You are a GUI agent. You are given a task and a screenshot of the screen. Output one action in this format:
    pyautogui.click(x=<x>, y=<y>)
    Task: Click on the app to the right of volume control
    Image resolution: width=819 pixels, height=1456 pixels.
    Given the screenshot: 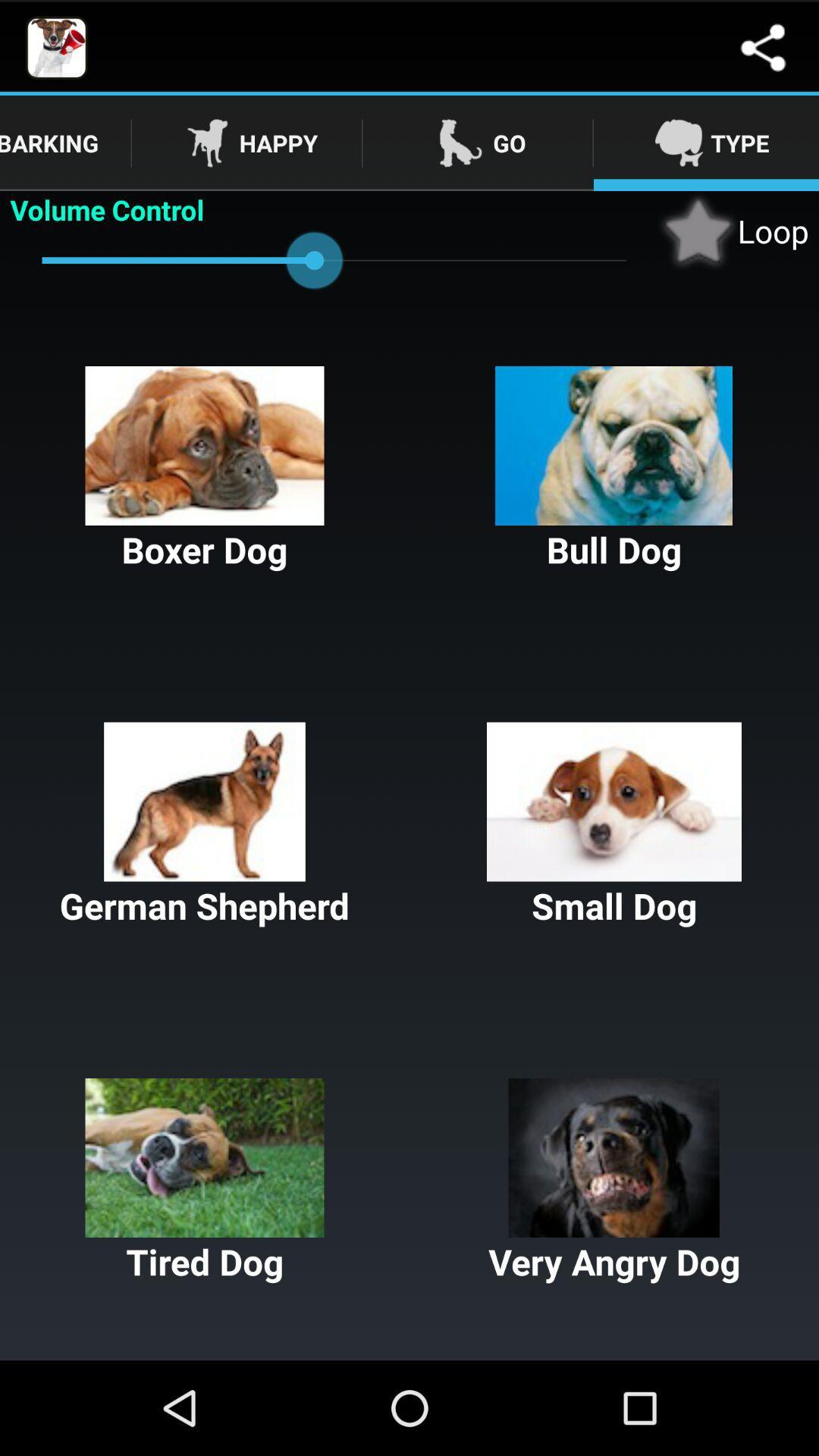 What is the action you would take?
    pyautogui.click(x=733, y=230)
    